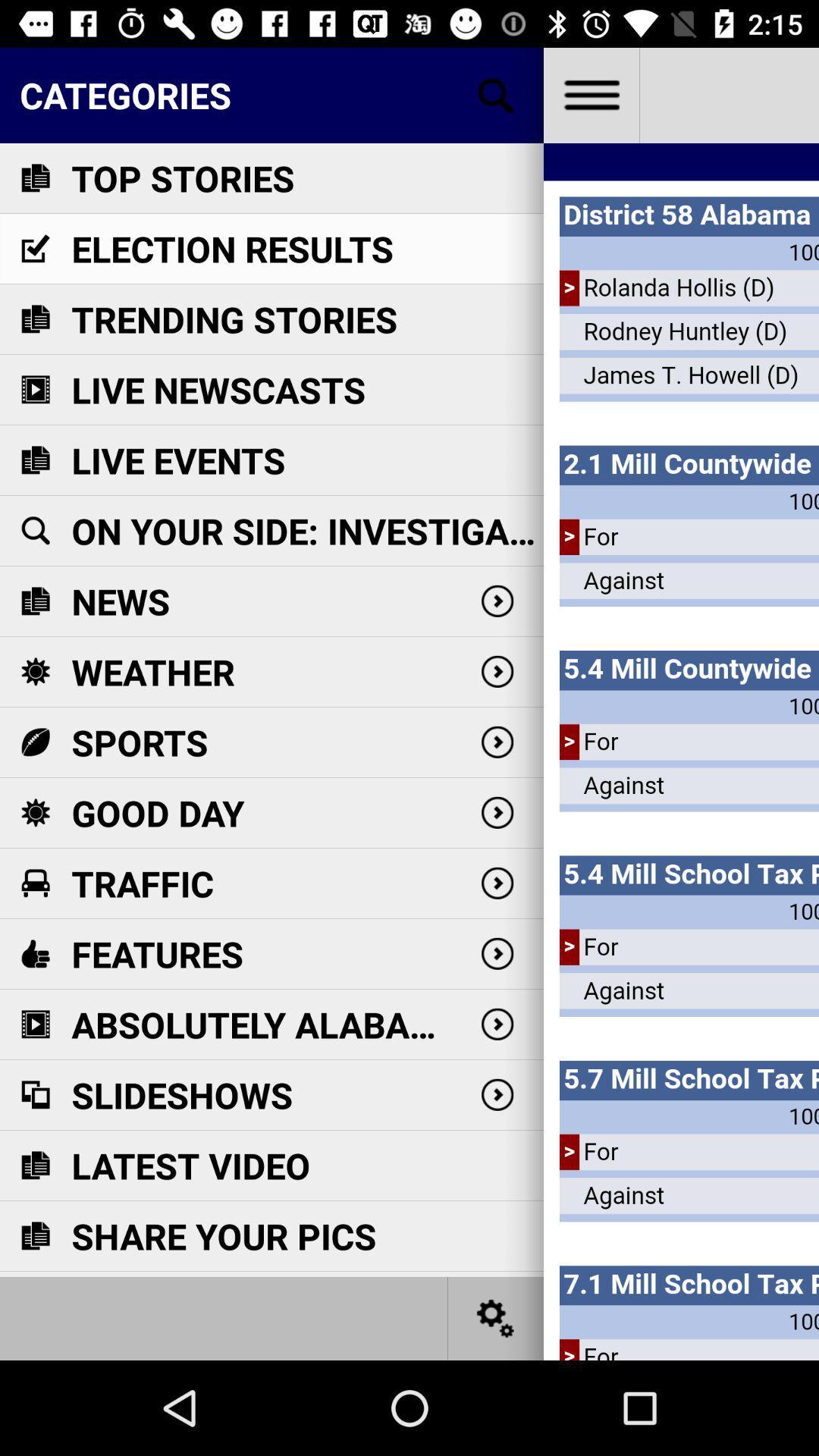 Image resolution: width=819 pixels, height=1456 pixels. I want to click on the menu icon, so click(590, 94).